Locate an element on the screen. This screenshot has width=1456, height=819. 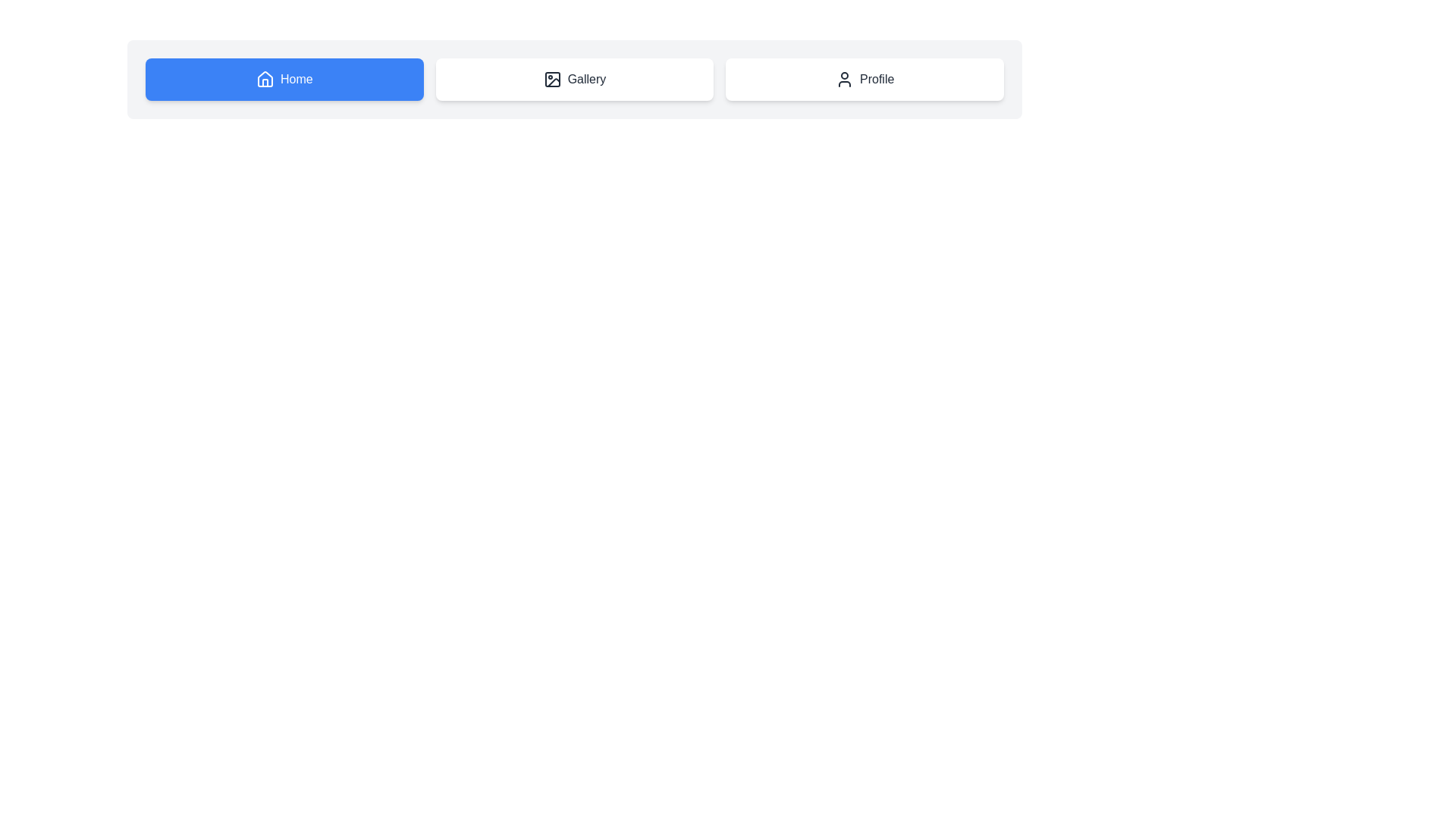
the Profile button to observe its hover effect is located at coordinates (864, 79).